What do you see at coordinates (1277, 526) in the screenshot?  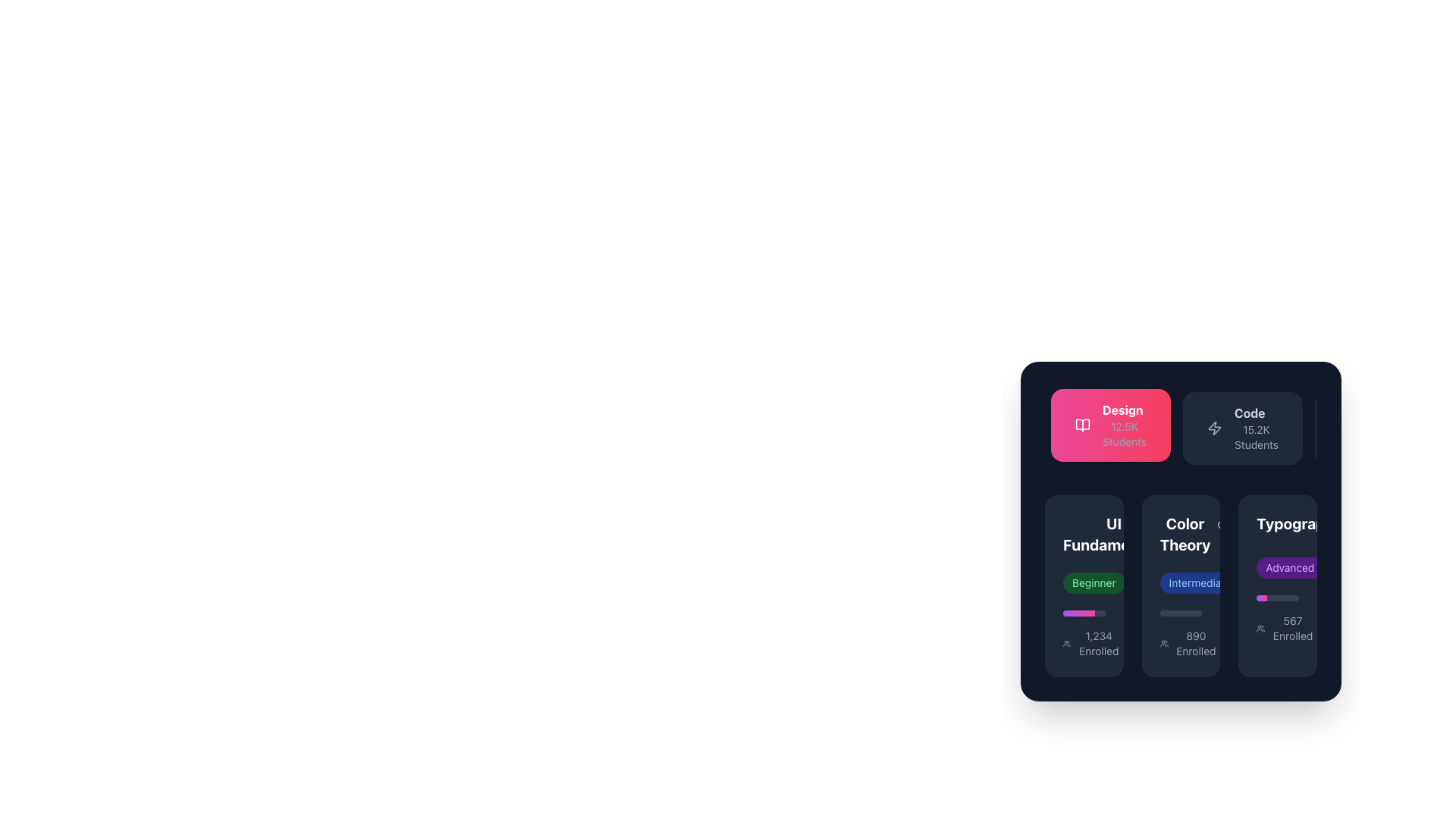 I see `the text label displaying 'Typography', which is styled in bold white font on a dark rectangular card background located in the top-right card of the grid` at bounding box center [1277, 526].